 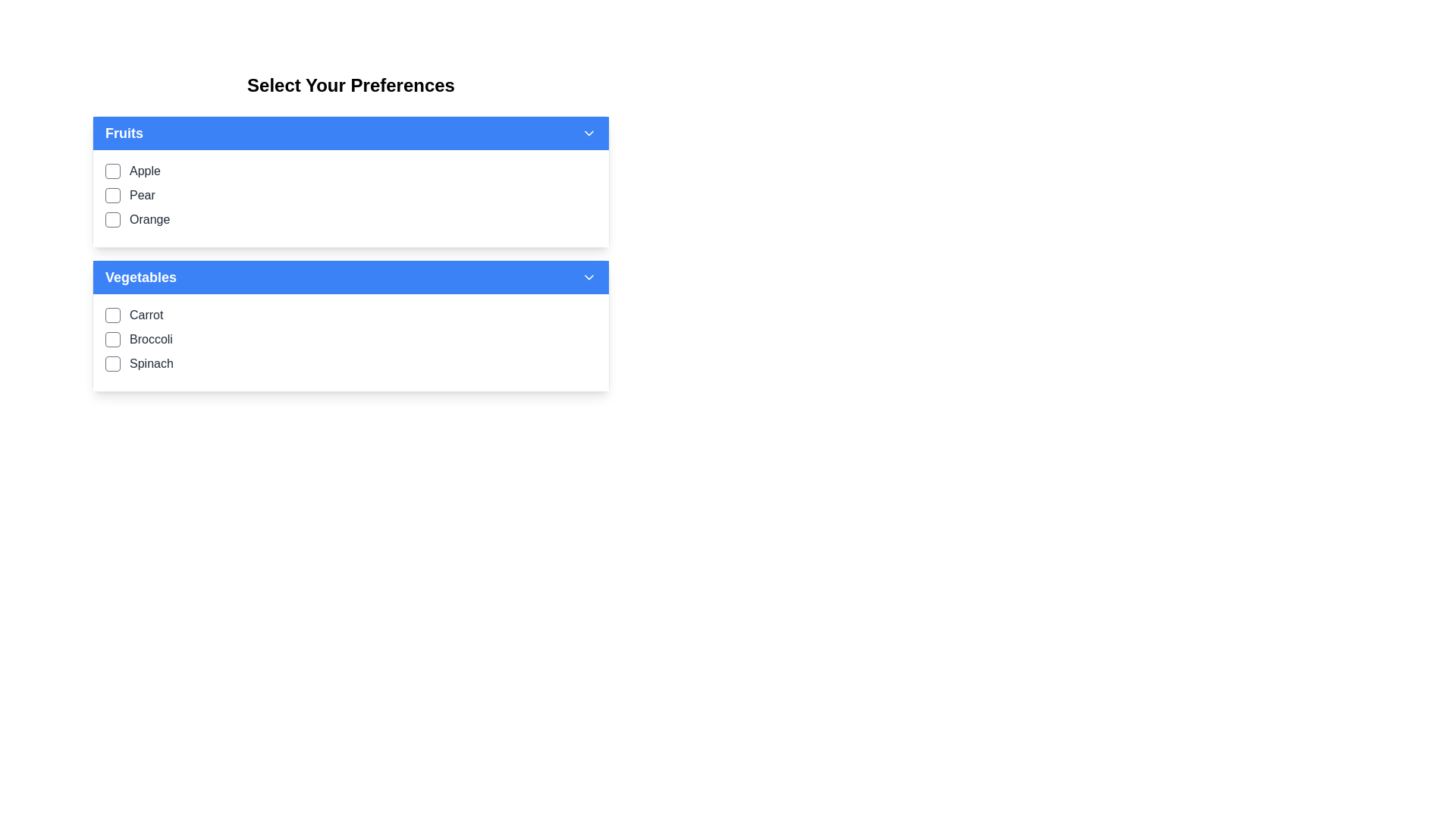 What do you see at coordinates (350, 85) in the screenshot?
I see `the bold and large-sized textual header displaying 'Select Your Preferences' located centrally at the top of the page` at bounding box center [350, 85].